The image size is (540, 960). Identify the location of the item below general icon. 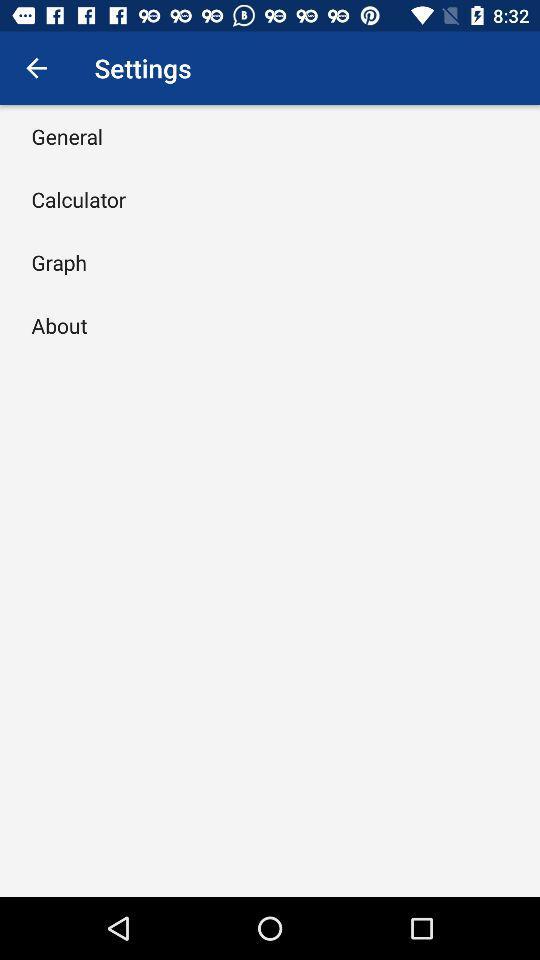
(77, 199).